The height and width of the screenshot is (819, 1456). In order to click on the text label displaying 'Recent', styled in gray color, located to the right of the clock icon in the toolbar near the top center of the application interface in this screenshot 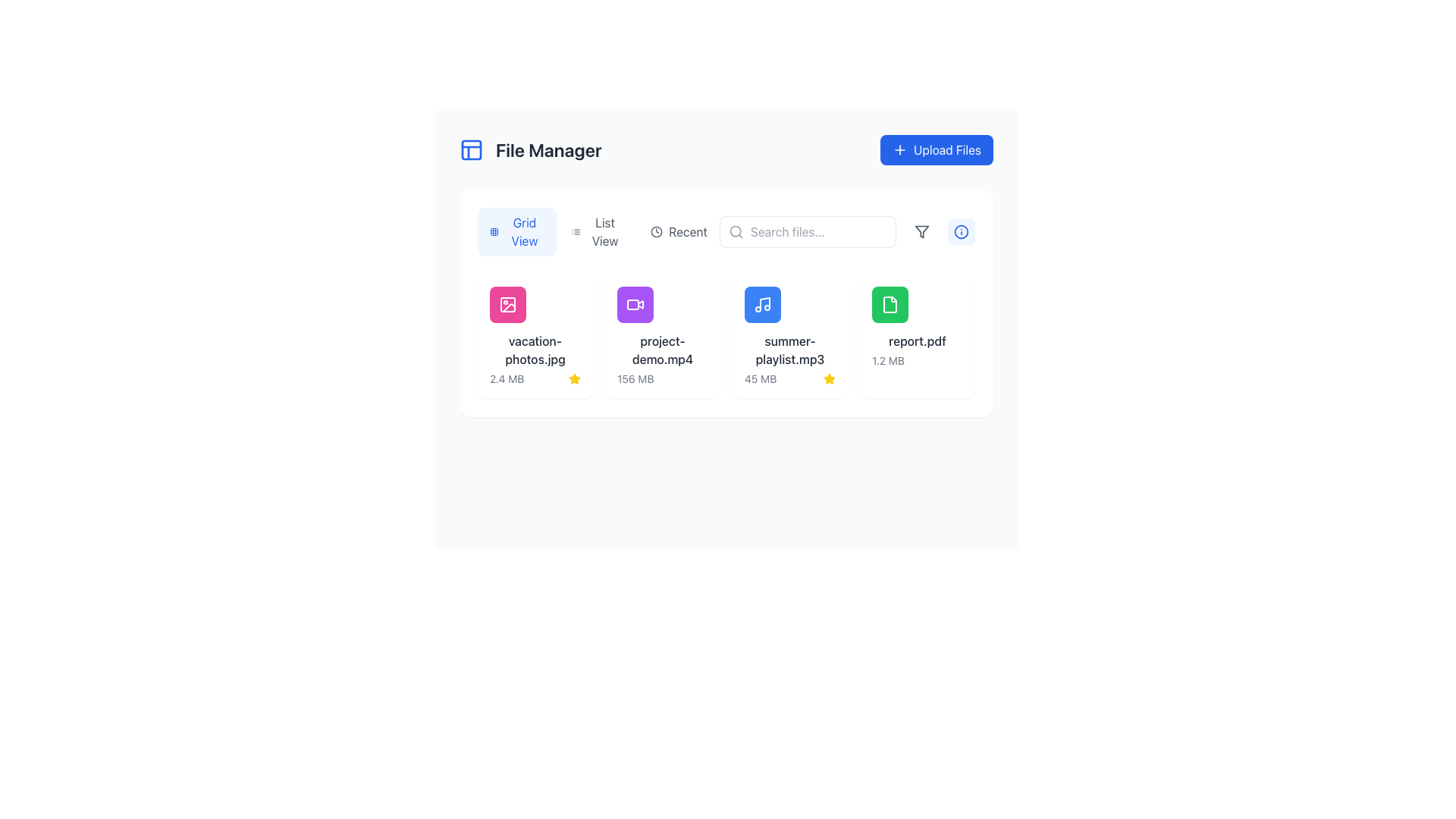, I will do `click(687, 231)`.